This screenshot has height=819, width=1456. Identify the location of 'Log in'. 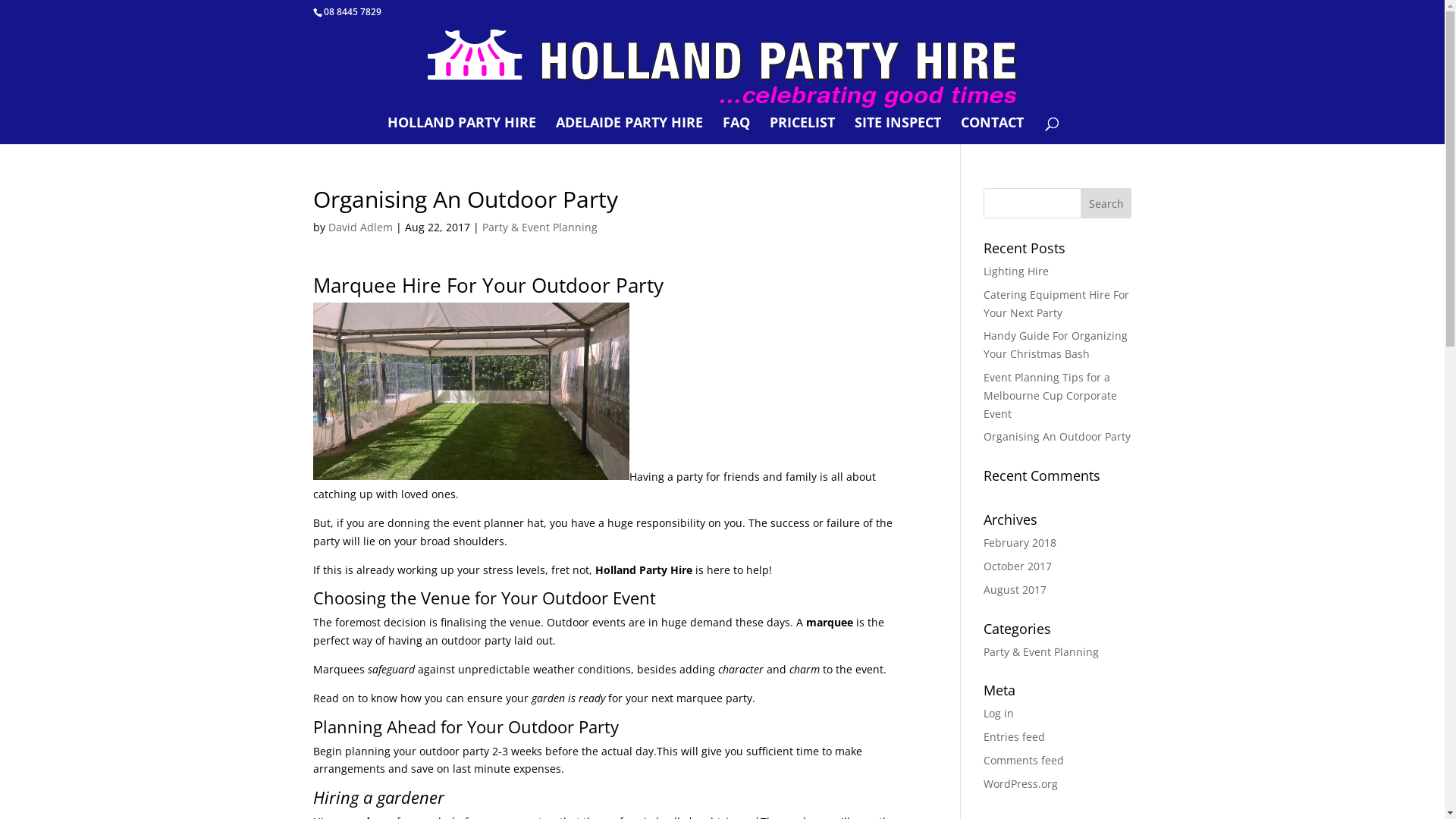
(998, 713).